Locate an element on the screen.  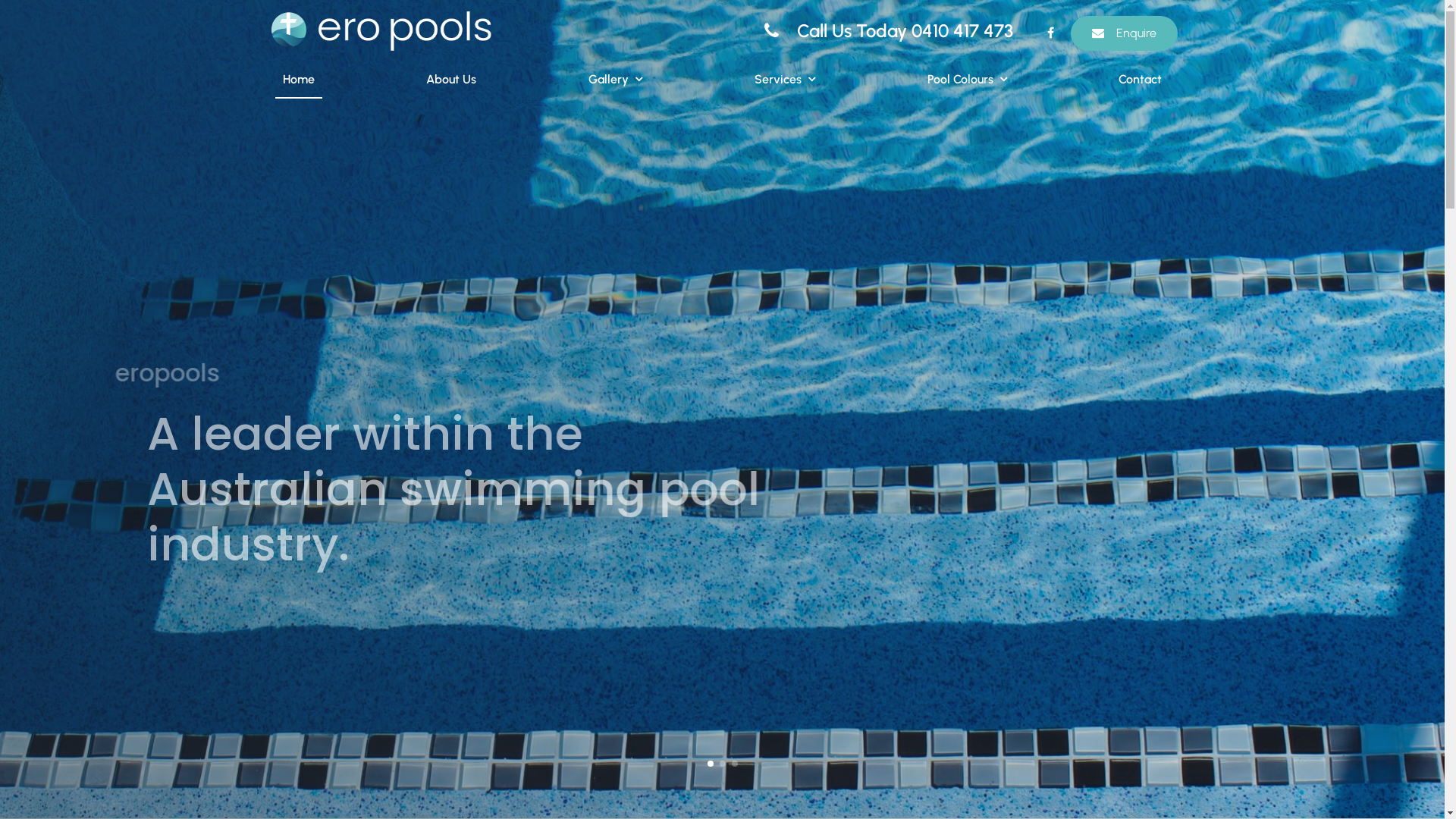
'Pool Colours' is located at coordinates (966, 80).